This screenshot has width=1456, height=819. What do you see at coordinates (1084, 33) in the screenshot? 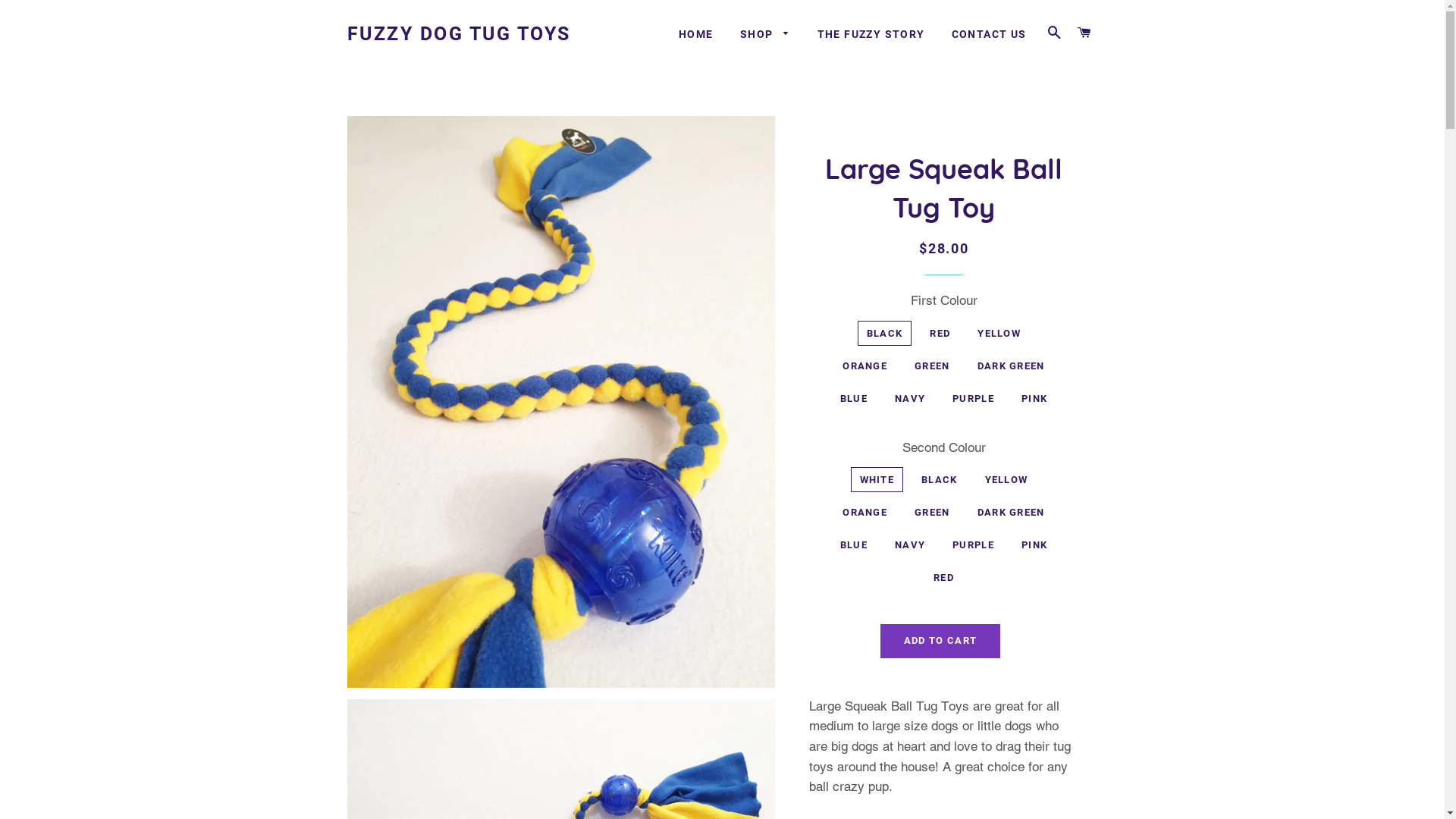
I see `'CART'` at bounding box center [1084, 33].